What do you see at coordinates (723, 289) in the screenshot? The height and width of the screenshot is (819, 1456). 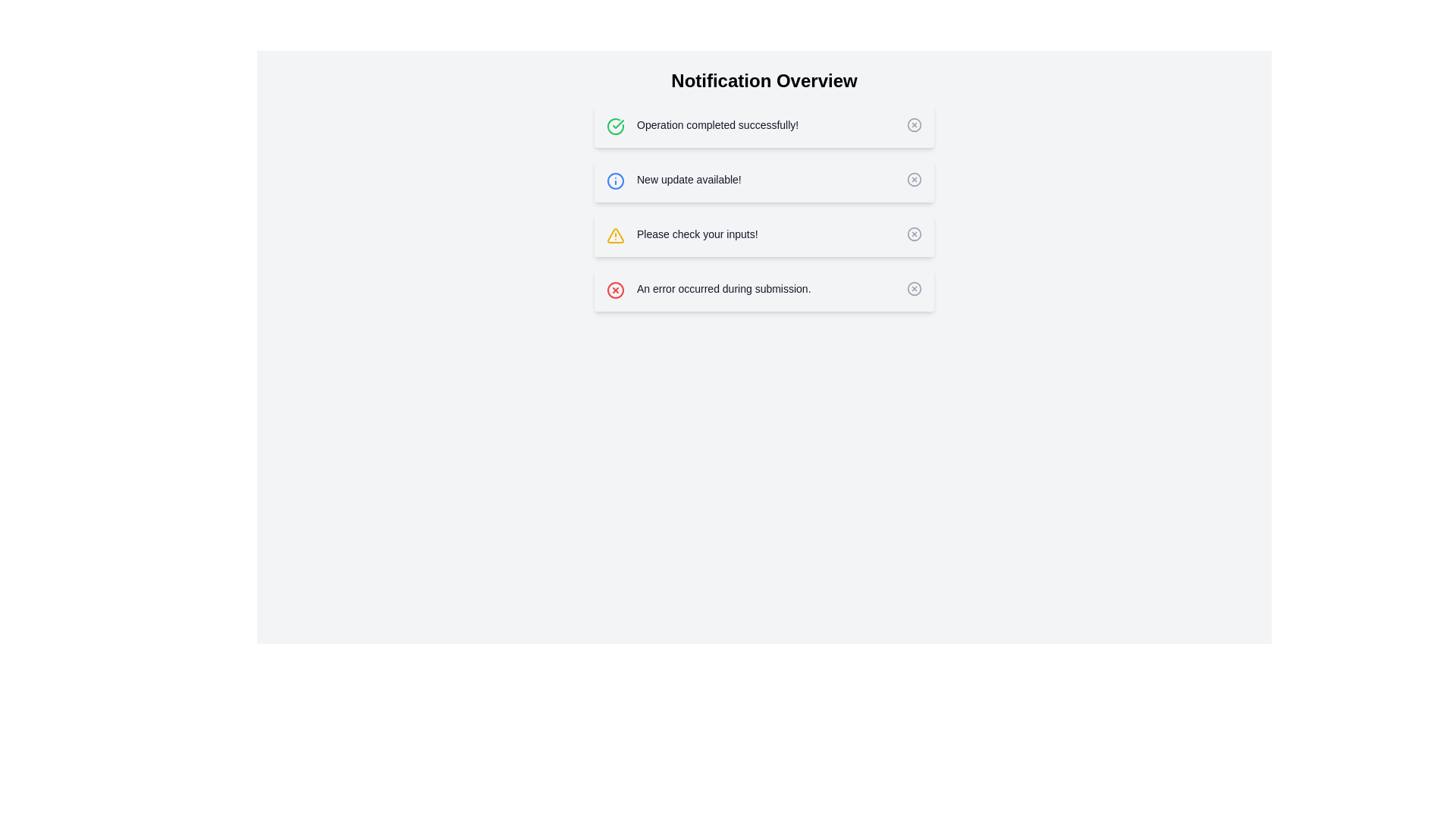 I see `error notification text located in the fourth notification box from the top, positioned between a red circular icon and a close button` at bounding box center [723, 289].